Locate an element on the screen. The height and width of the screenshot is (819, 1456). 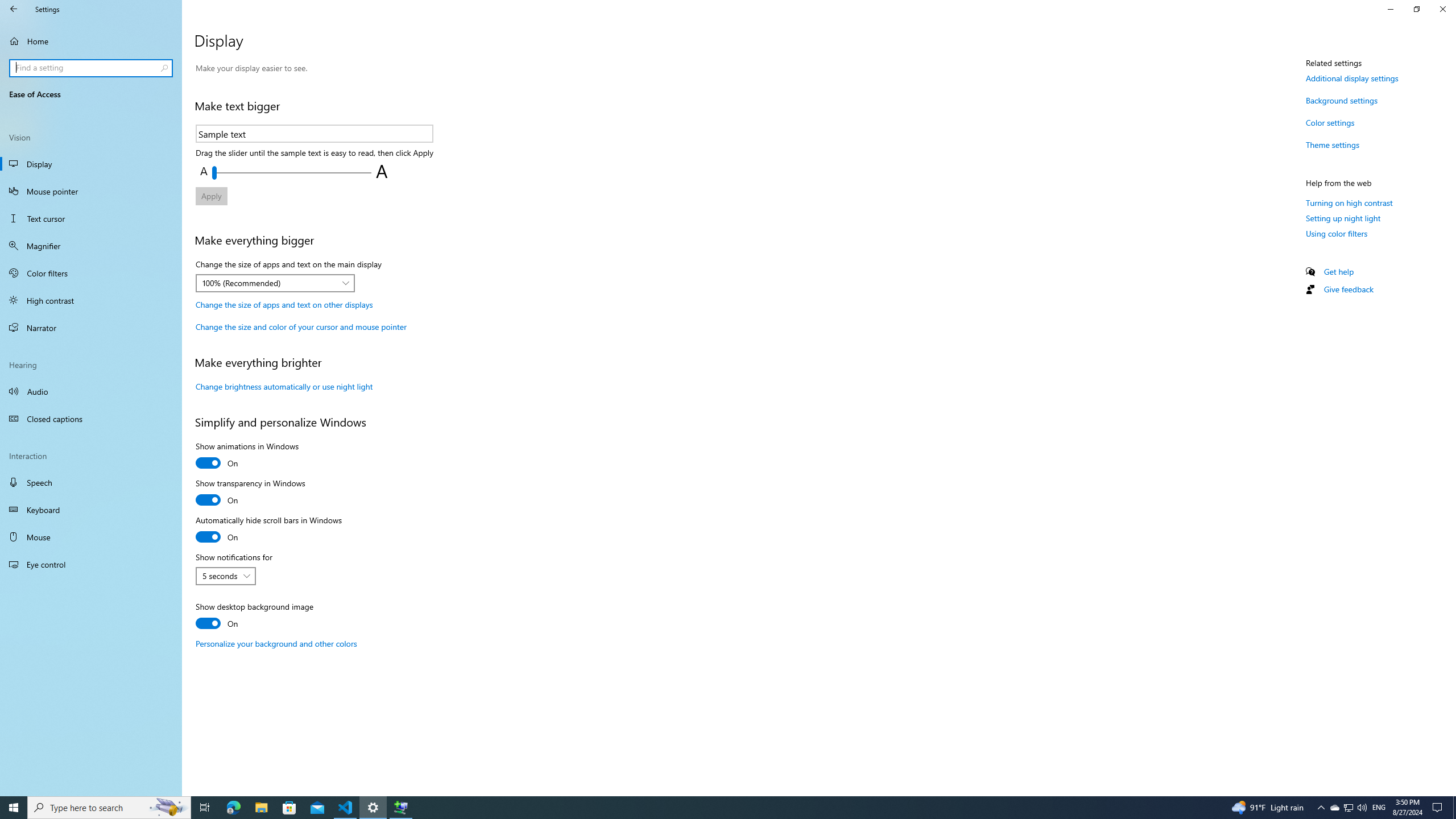
'Close Settings' is located at coordinates (1442, 9).